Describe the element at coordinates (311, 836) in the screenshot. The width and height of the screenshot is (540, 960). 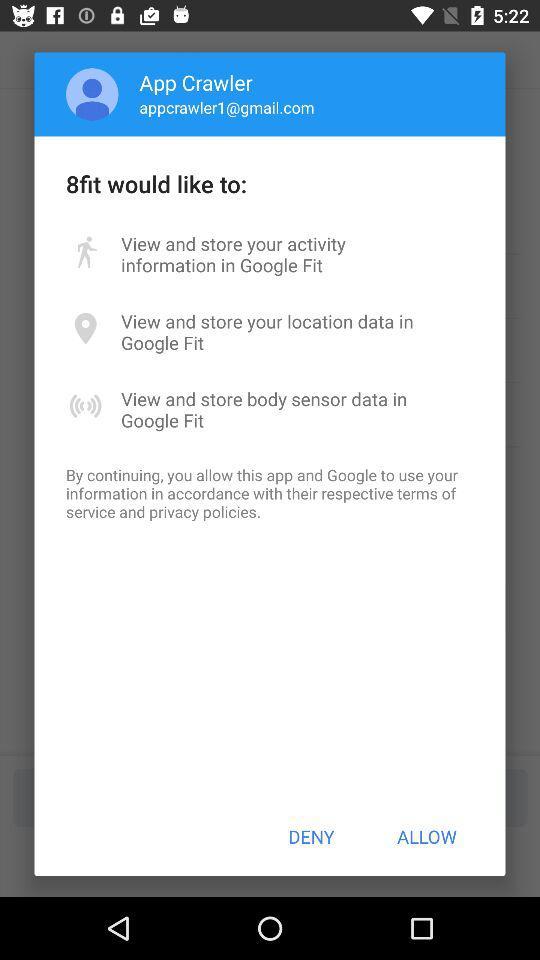
I see `the deny at the bottom` at that location.